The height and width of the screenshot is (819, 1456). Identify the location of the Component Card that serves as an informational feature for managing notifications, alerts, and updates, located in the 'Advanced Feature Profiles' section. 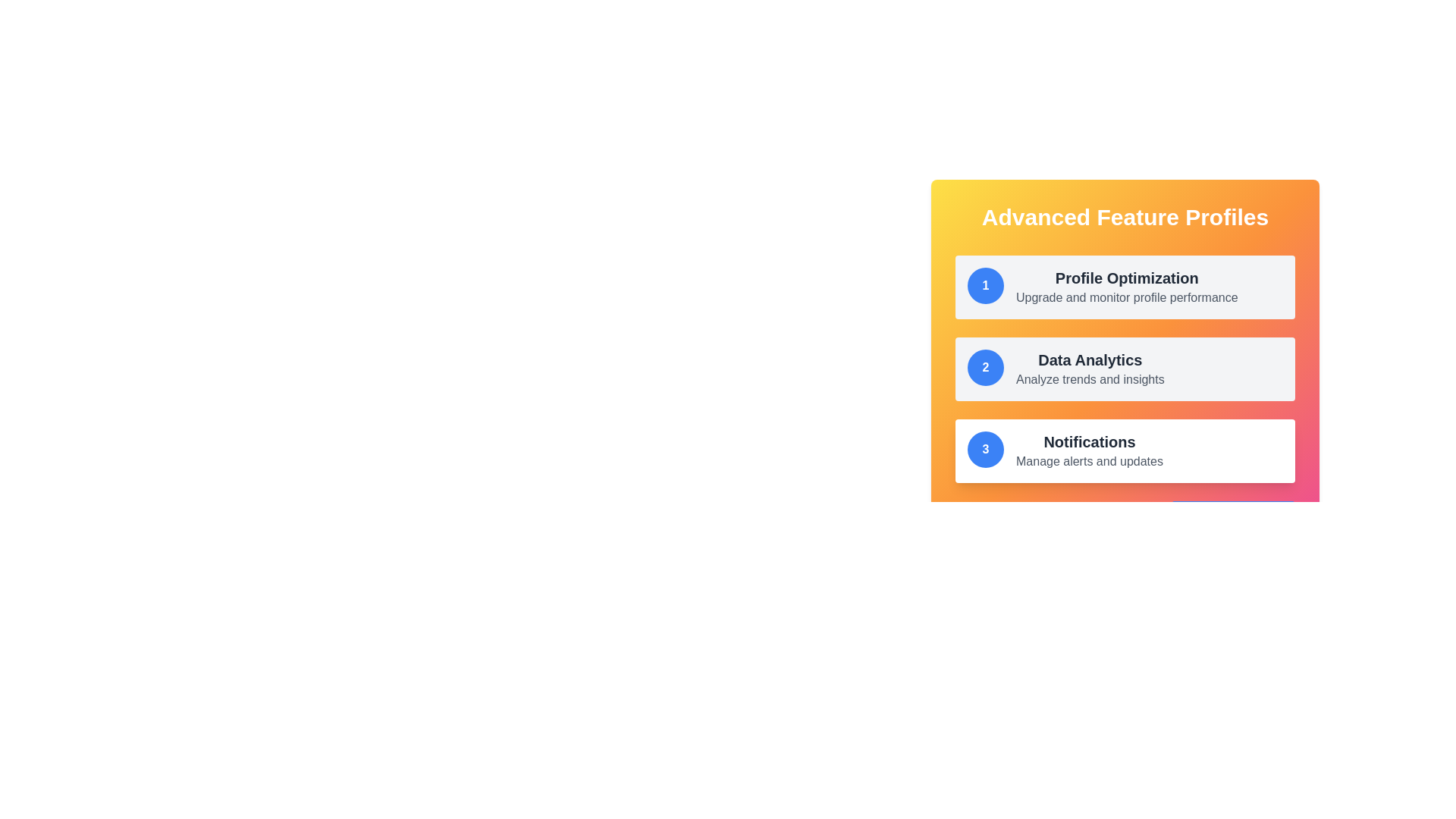
(1125, 450).